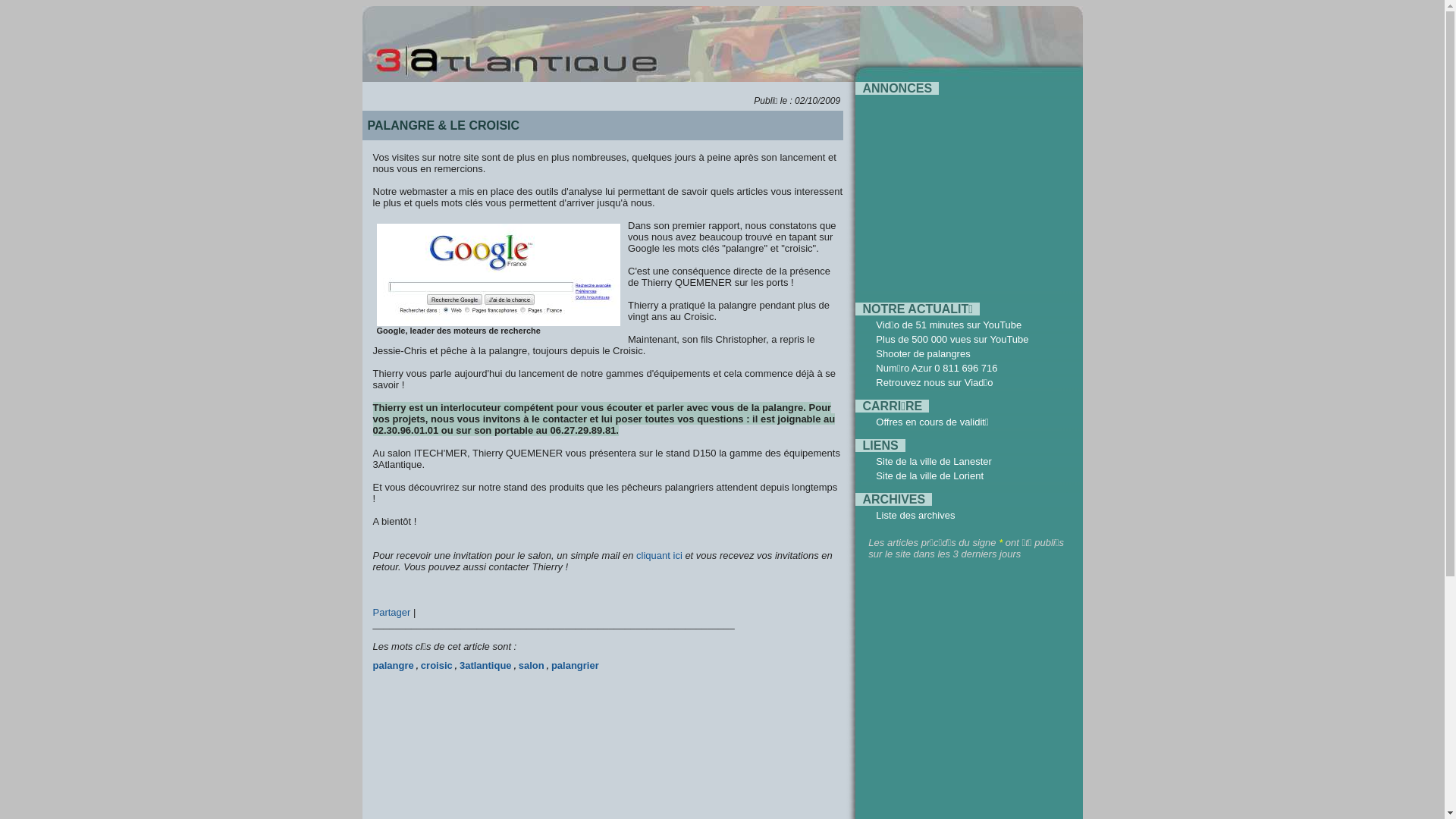 The width and height of the screenshot is (1456, 819). Describe the element at coordinates (922, 353) in the screenshot. I see `'Shooter de palangres'` at that location.